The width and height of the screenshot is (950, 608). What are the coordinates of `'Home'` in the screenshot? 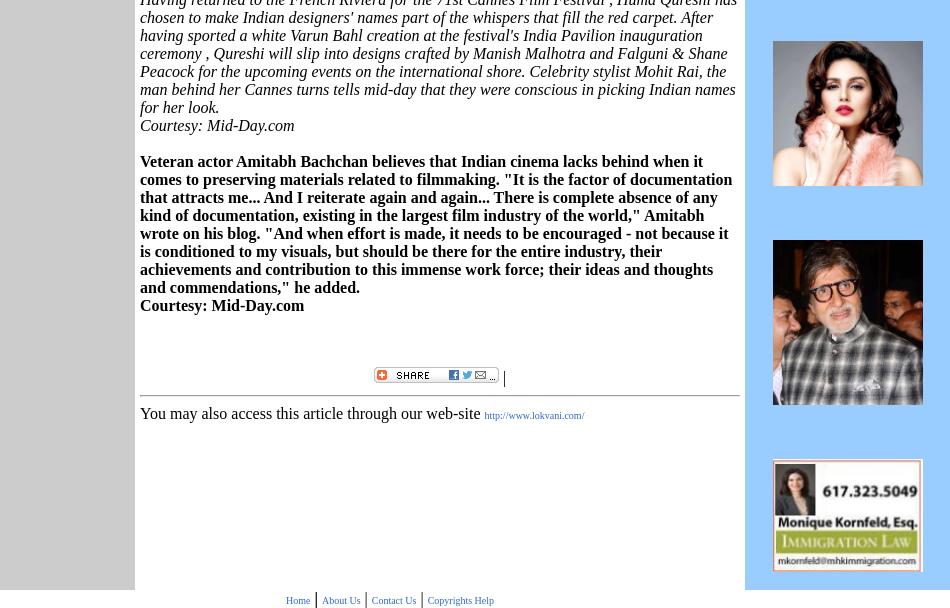 It's located at (284, 598).